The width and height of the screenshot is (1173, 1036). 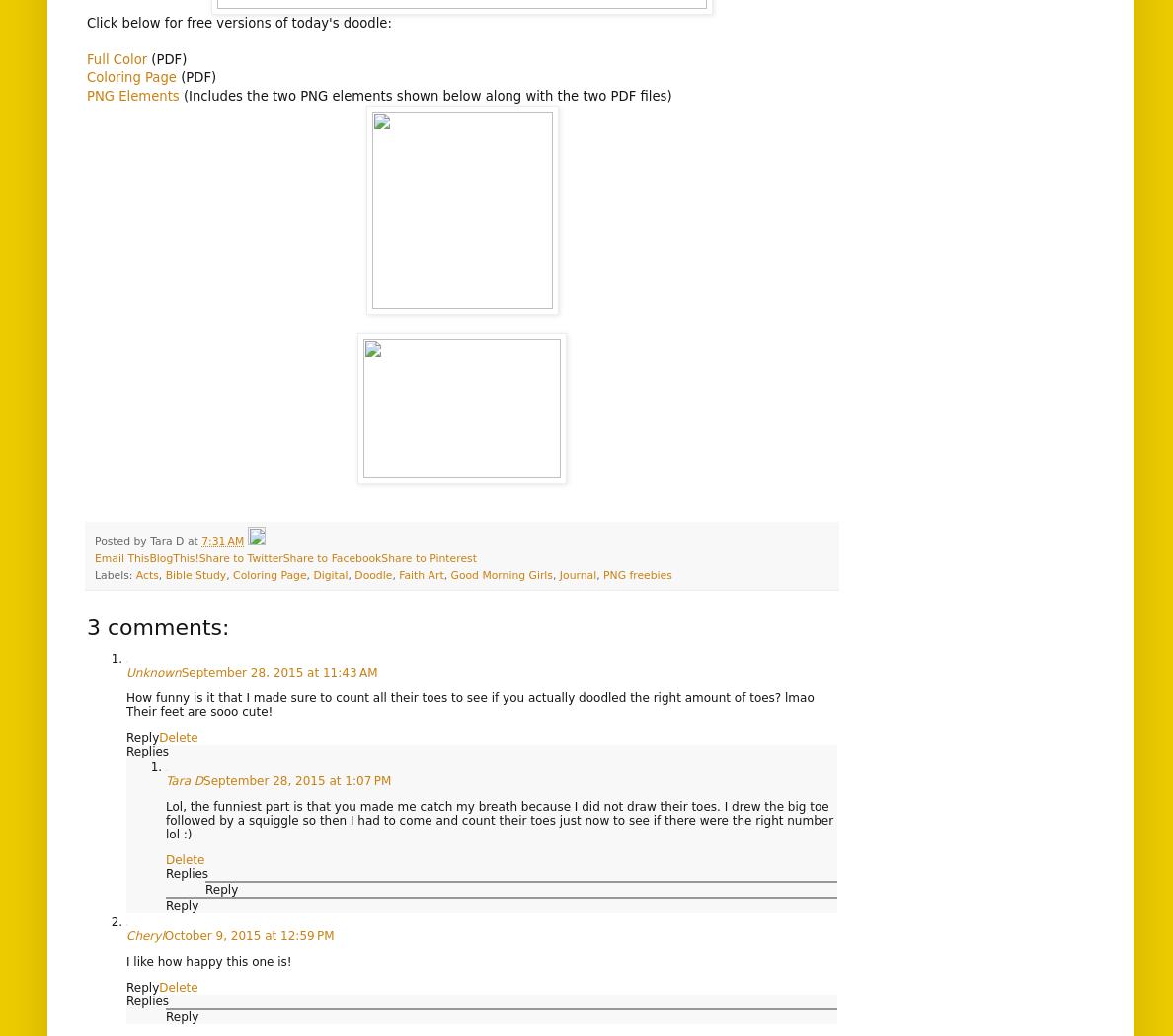 I want to click on 'September 28, 2015 at 11:43 AM', so click(x=180, y=670).